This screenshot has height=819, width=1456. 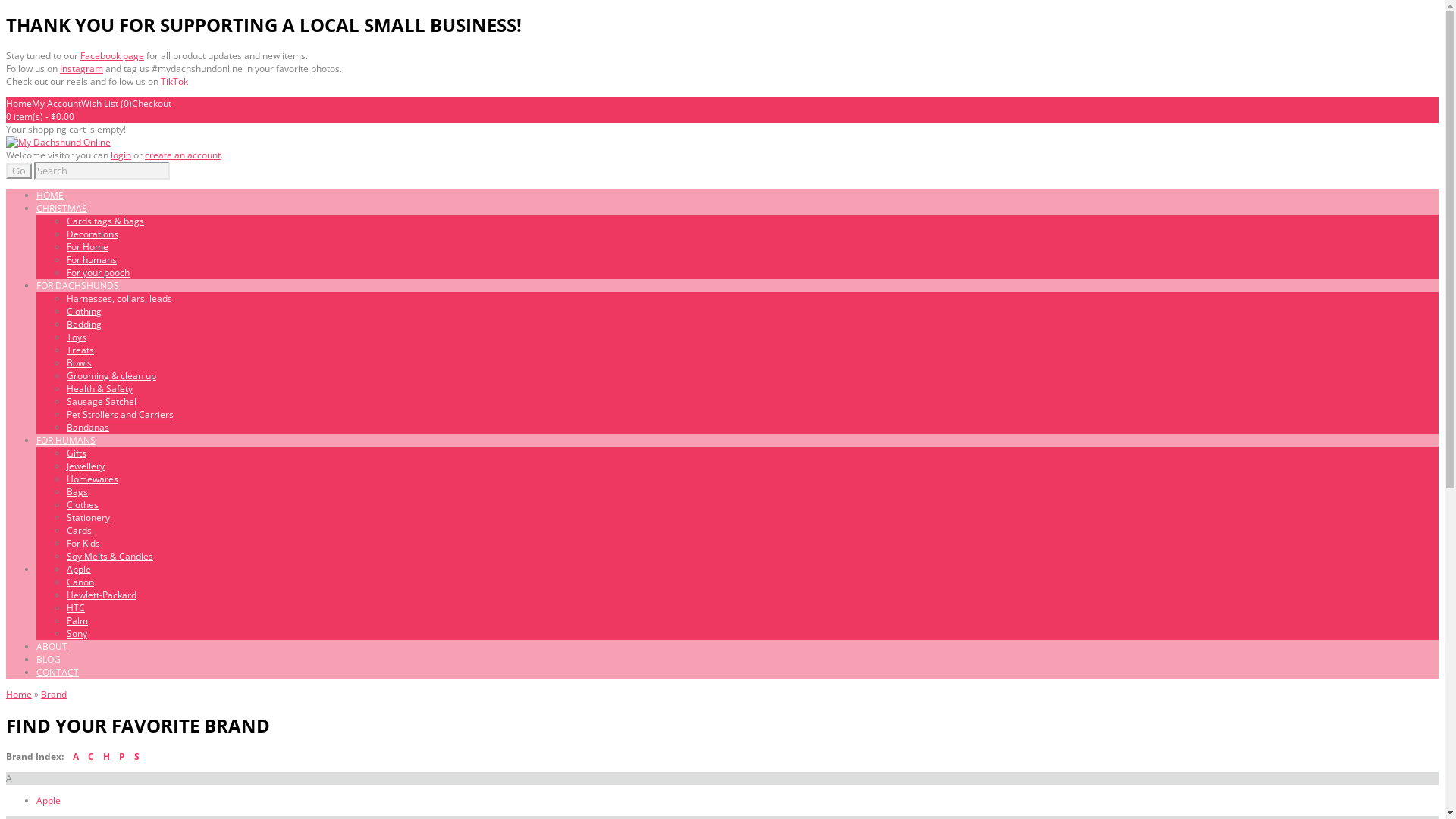 What do you see at coordinates (118, 298) in the screenshot?
I see `'Harnesses, collars, leads'` at bounding box center [118, 298].